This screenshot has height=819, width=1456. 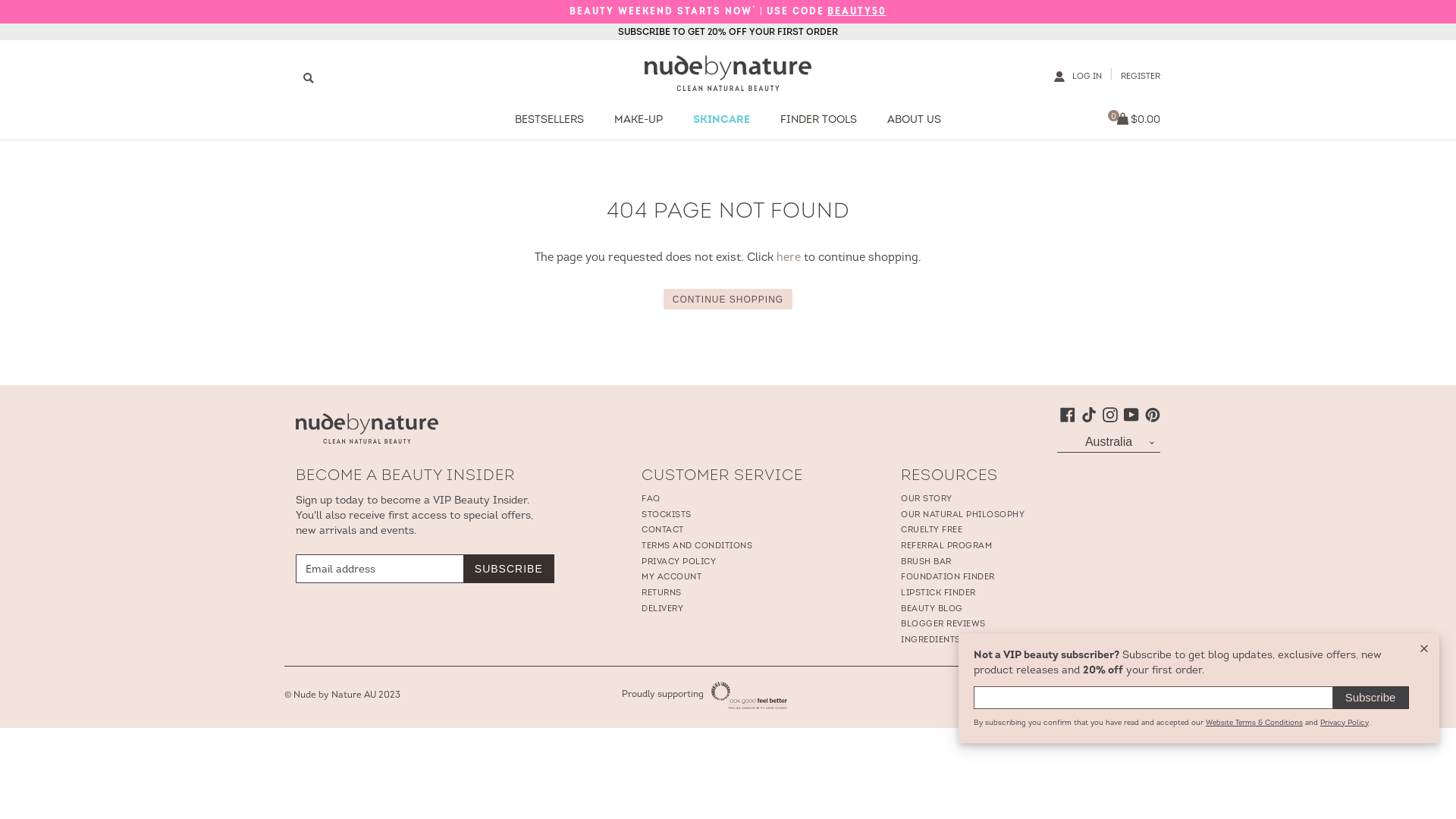 I want to click on 'MY ACCOUNT', so click(x=670, y=577).